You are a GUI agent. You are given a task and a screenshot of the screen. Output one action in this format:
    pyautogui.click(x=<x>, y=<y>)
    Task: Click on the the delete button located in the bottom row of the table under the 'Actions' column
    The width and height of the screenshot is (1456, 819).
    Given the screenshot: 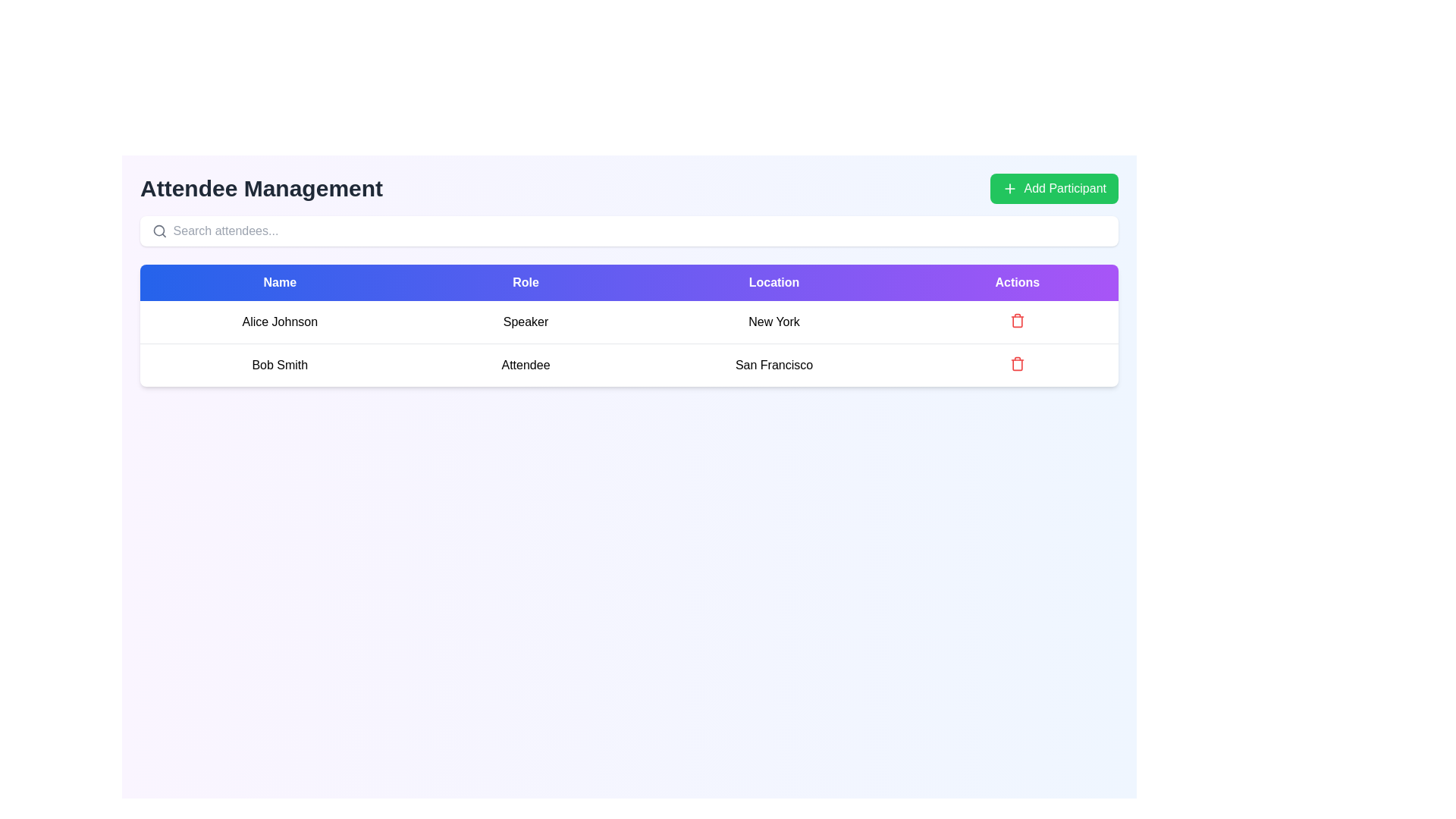 What is the action you would take?
    pyautogui.click(x=1017, y=320)
    